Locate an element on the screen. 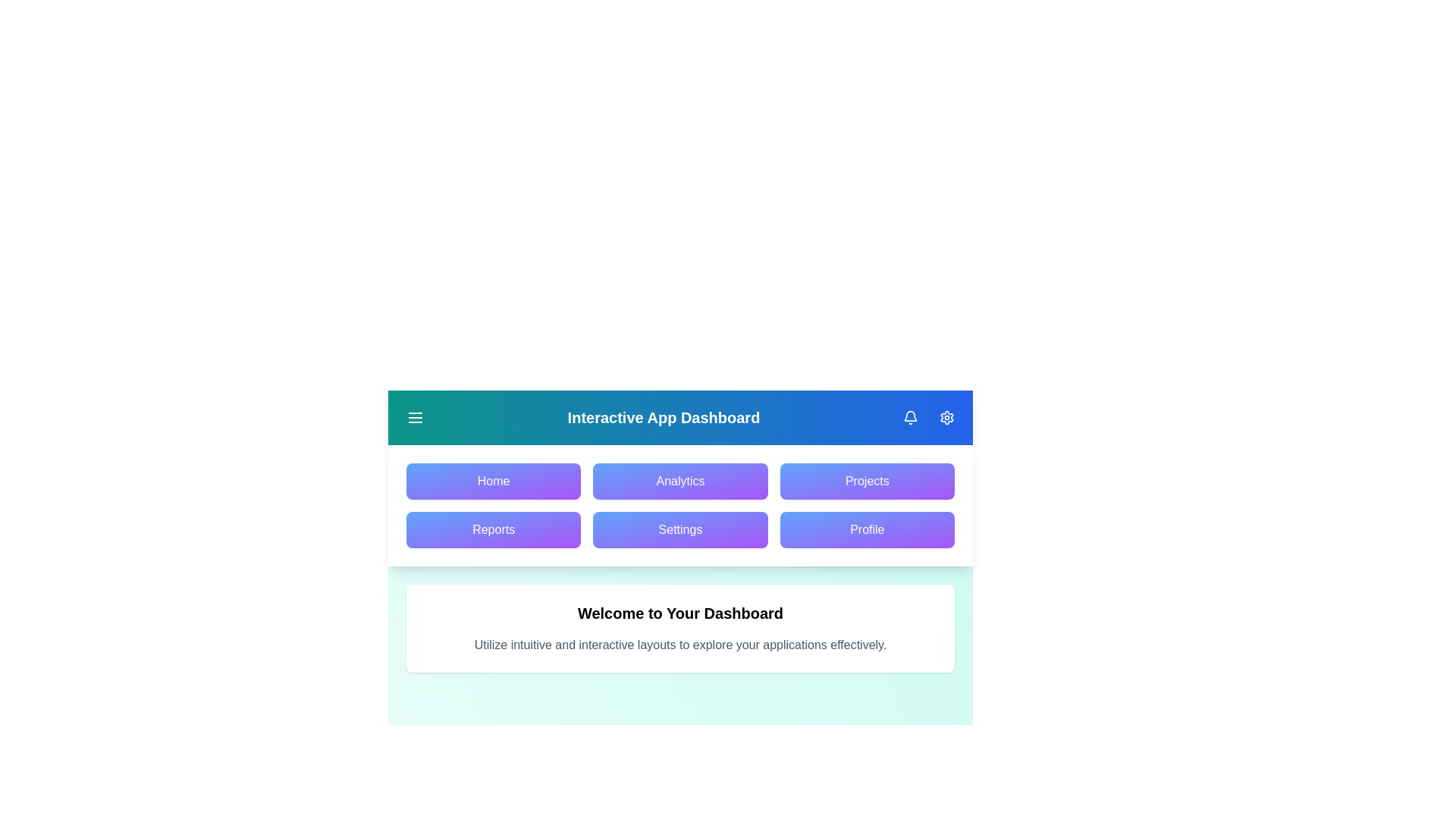 The image size is (1456, 819). the navigation menu item Profile is located at coordinates (867, 529).